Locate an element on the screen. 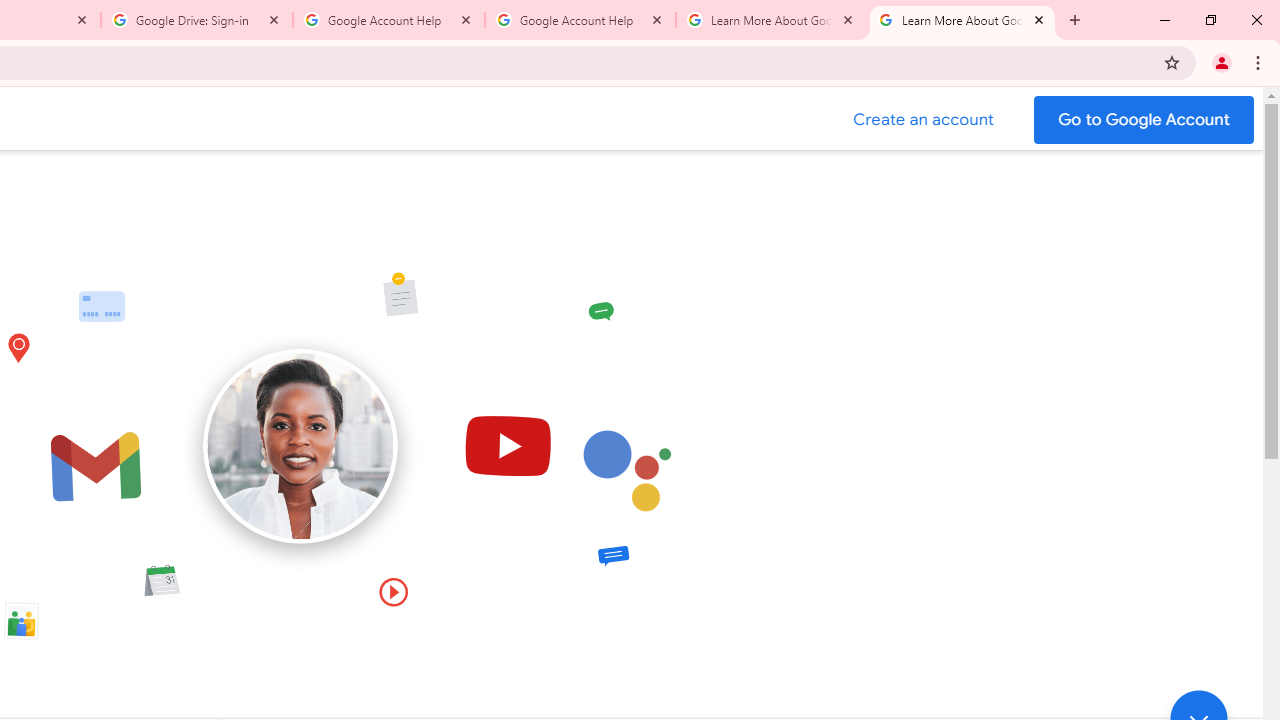 The width and height of the screenshot is (1280, 720). 'Go to your Google Account' is located at coordinates (1144, 119).